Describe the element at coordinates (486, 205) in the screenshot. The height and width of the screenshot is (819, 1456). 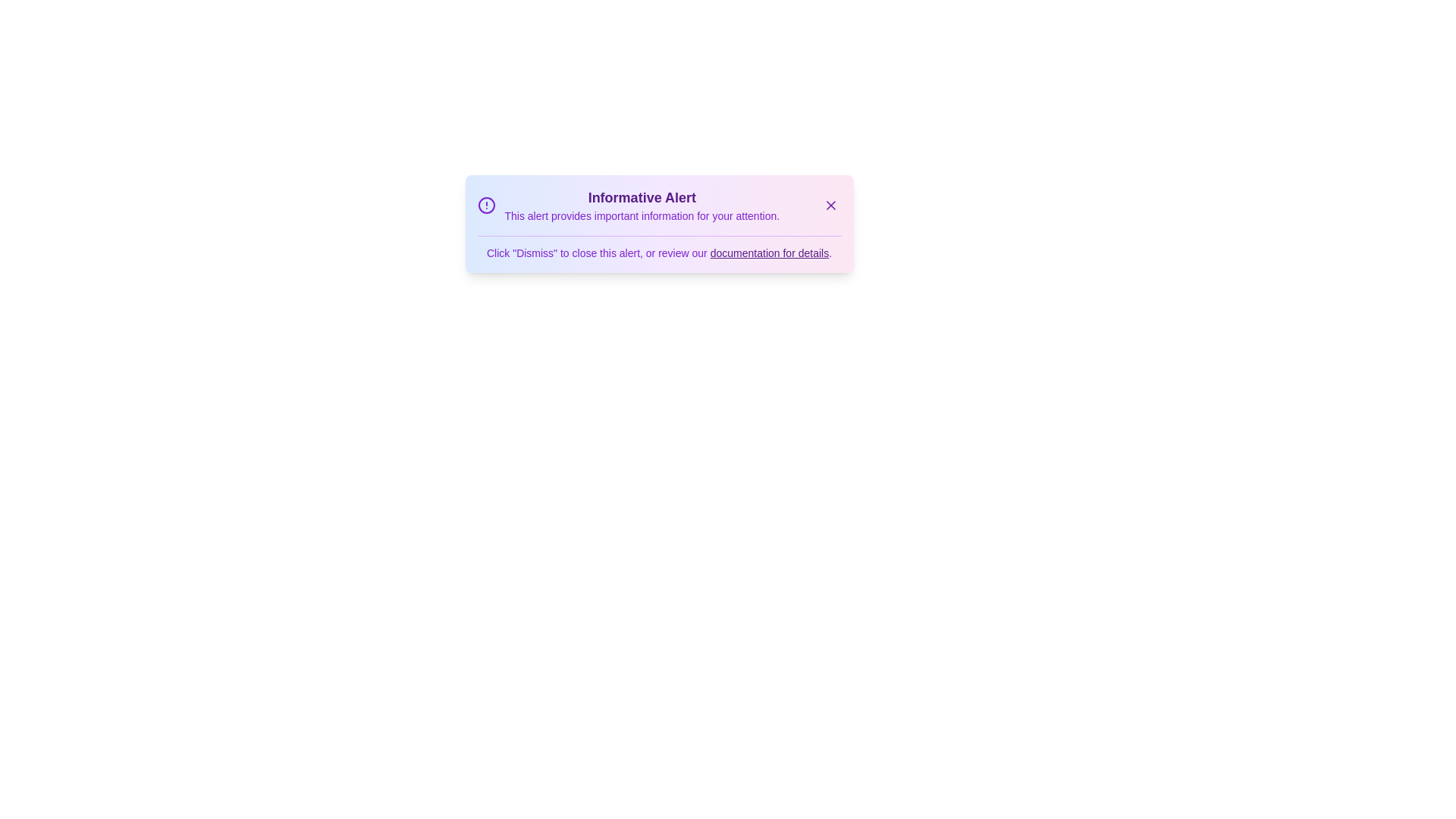
I see `the alert icon to inspect it or reveal additional information` at that location.